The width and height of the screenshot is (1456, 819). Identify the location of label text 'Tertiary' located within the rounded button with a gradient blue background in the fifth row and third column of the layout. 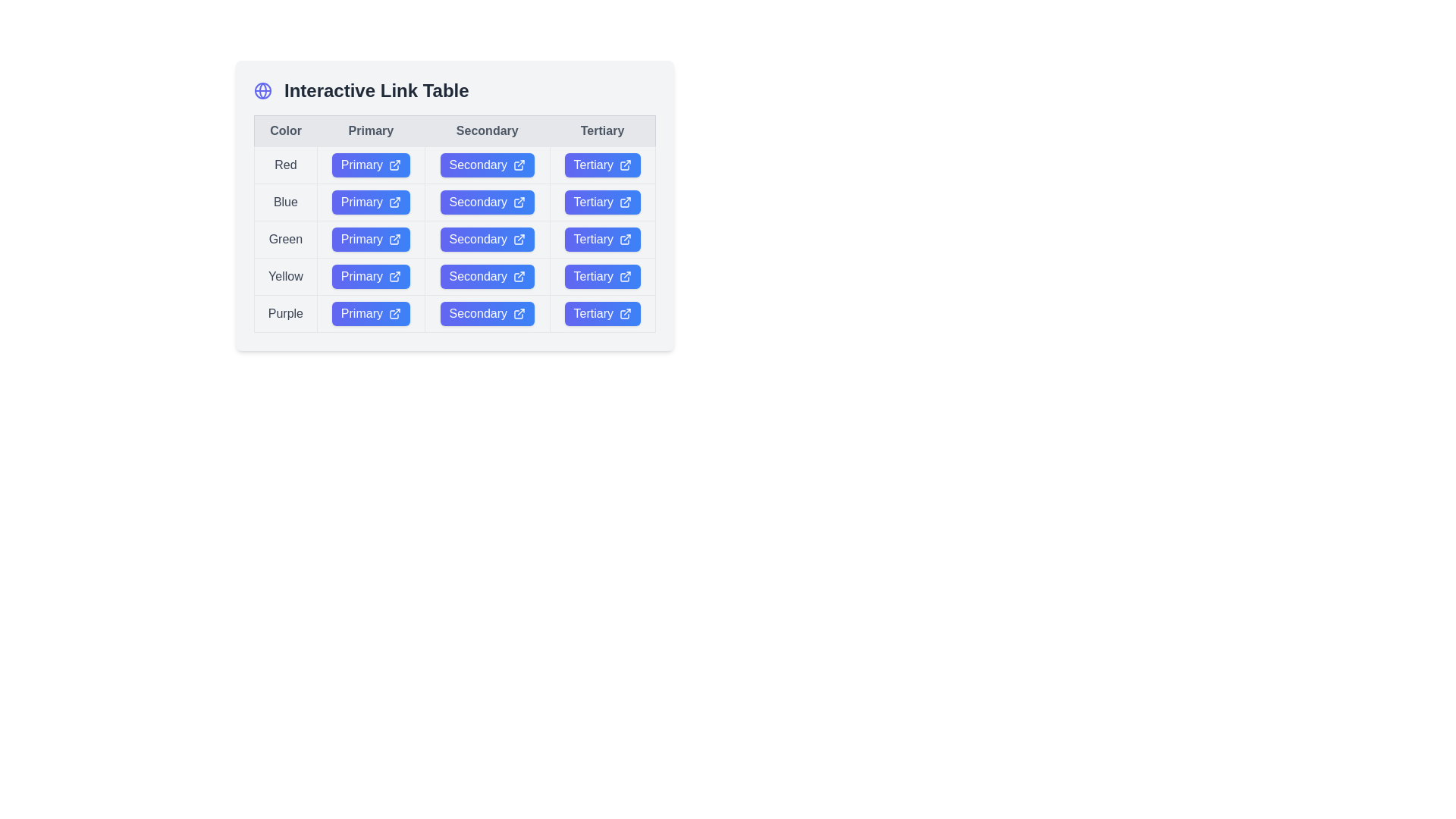
(592, 312).